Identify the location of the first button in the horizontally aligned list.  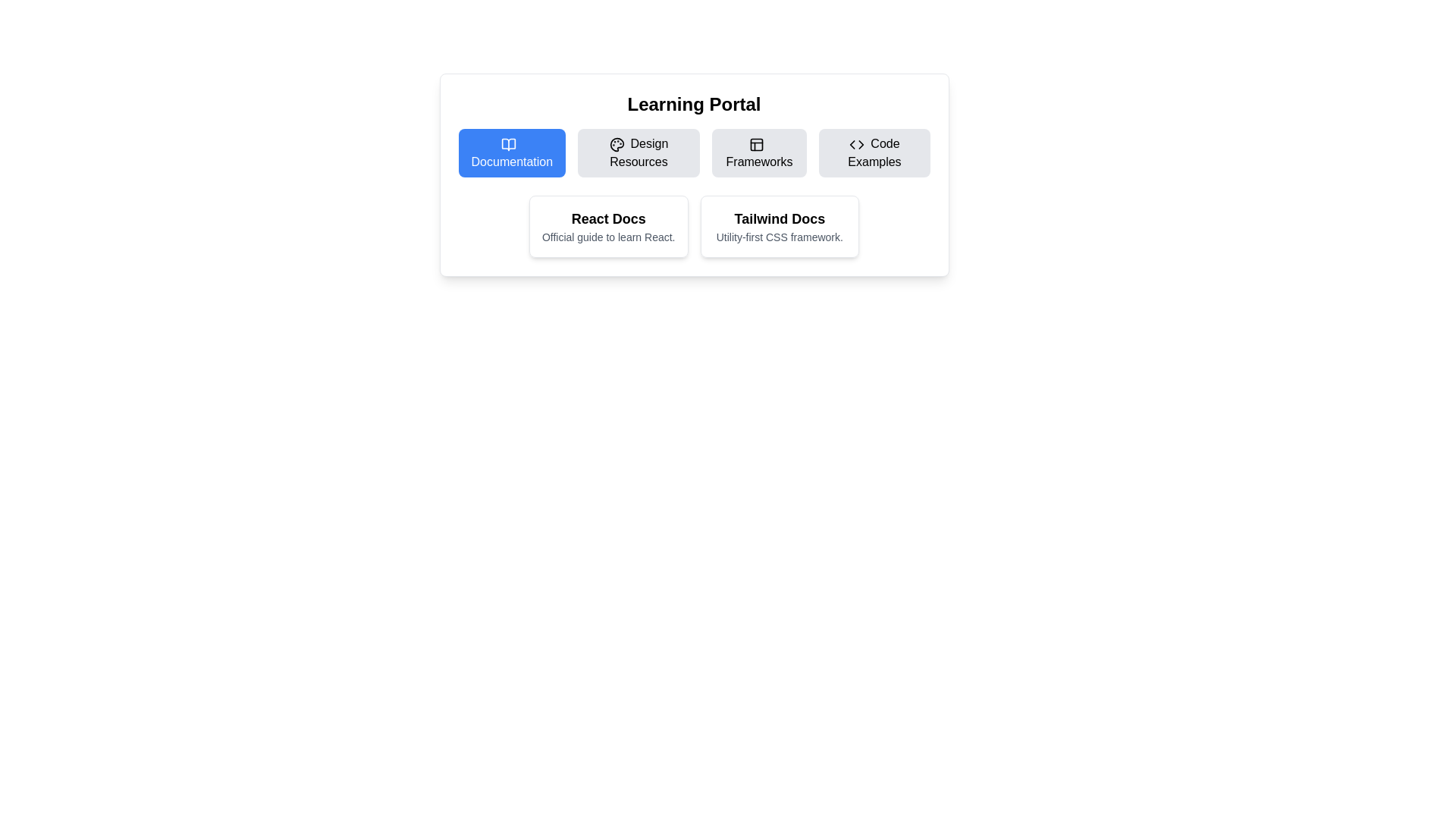
(512, 152).